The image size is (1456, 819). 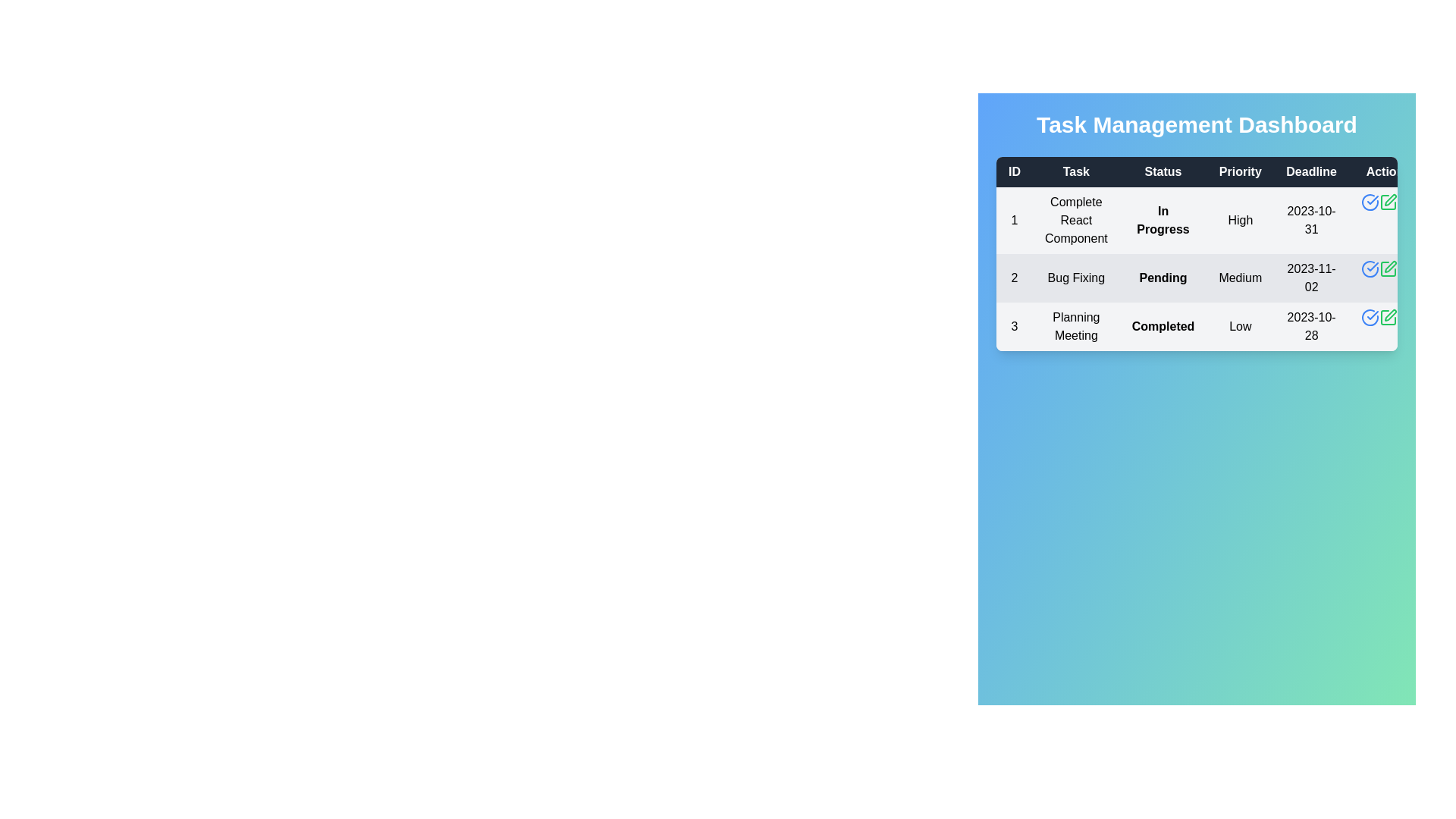 What do you see at coordinates (1370, 268) in the screenshot?
I see `the 'view details' icon for task 2` at bounding box center [1370, 268].